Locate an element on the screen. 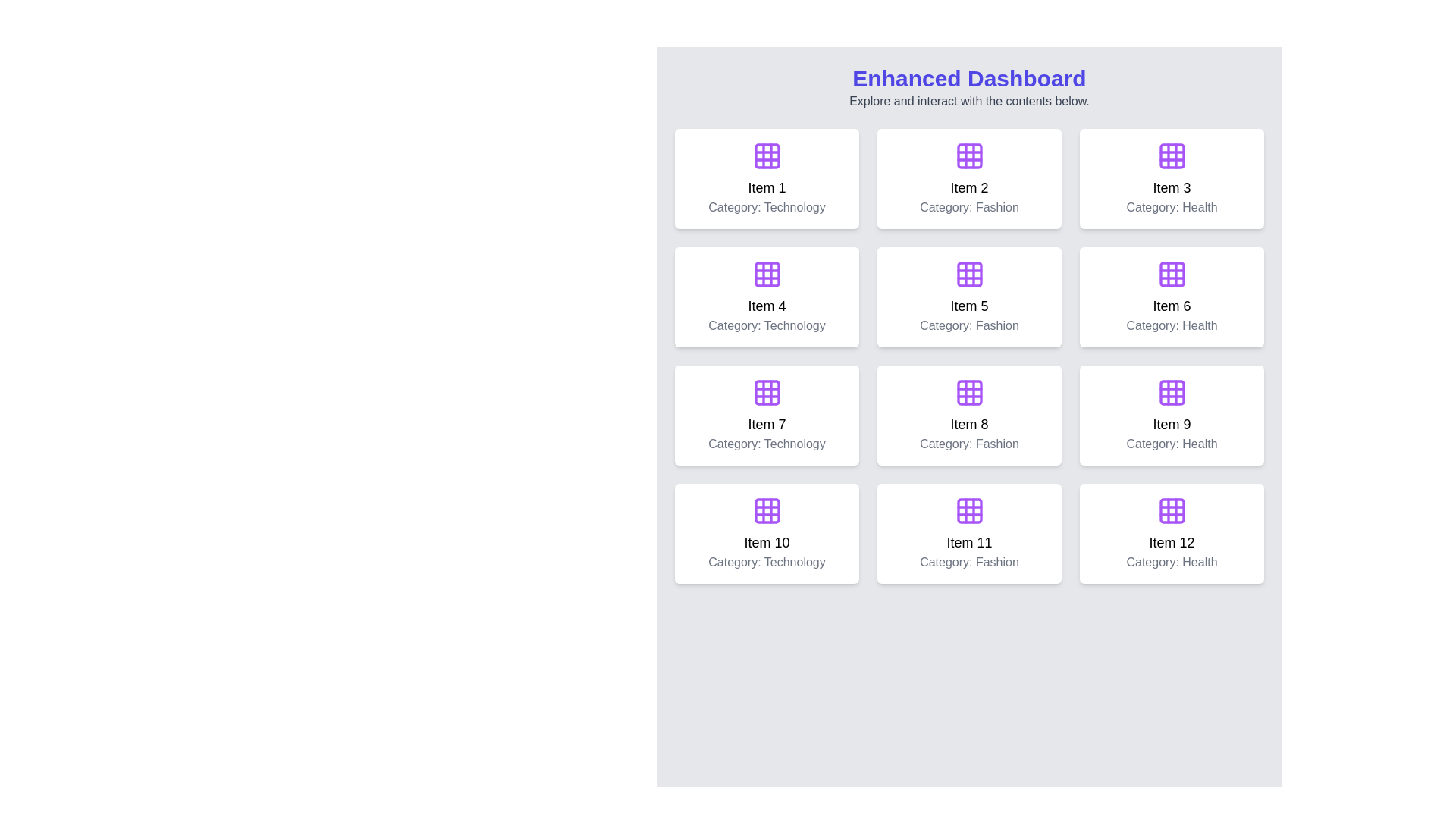 The width and height of the screenshot is (1456, 819). the central purple grid icon that resembles a 3x3 matrix, located above the text 'Item 3' and 'Category: Health' in the third card of the top row is located at coordinates (1171, 155).